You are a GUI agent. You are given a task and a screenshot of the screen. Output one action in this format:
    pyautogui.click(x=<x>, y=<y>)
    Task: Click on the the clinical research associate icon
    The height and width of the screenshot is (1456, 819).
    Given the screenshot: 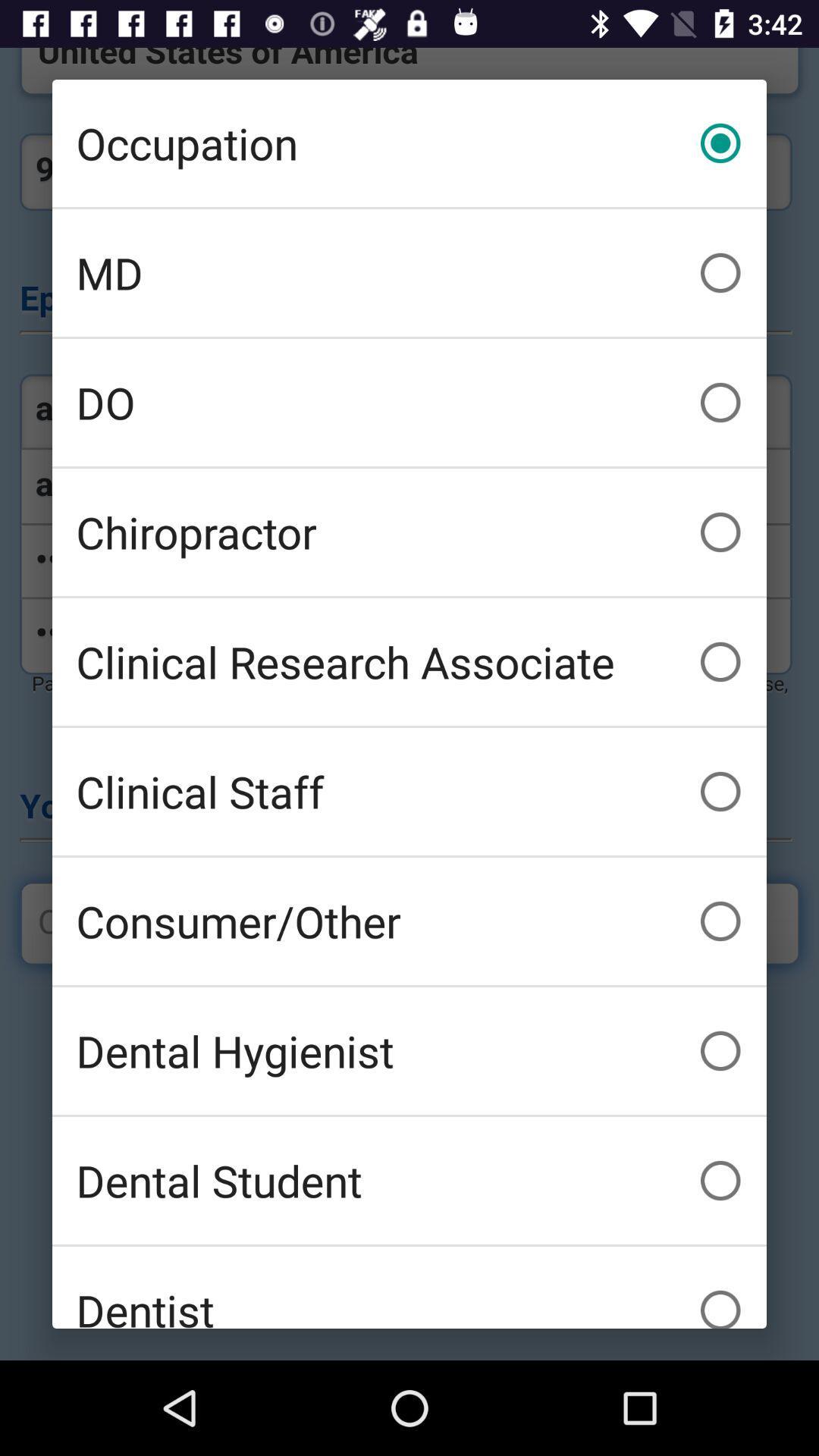 What is the action you would take?
    pyautogui.click(x=409, y=662)
    